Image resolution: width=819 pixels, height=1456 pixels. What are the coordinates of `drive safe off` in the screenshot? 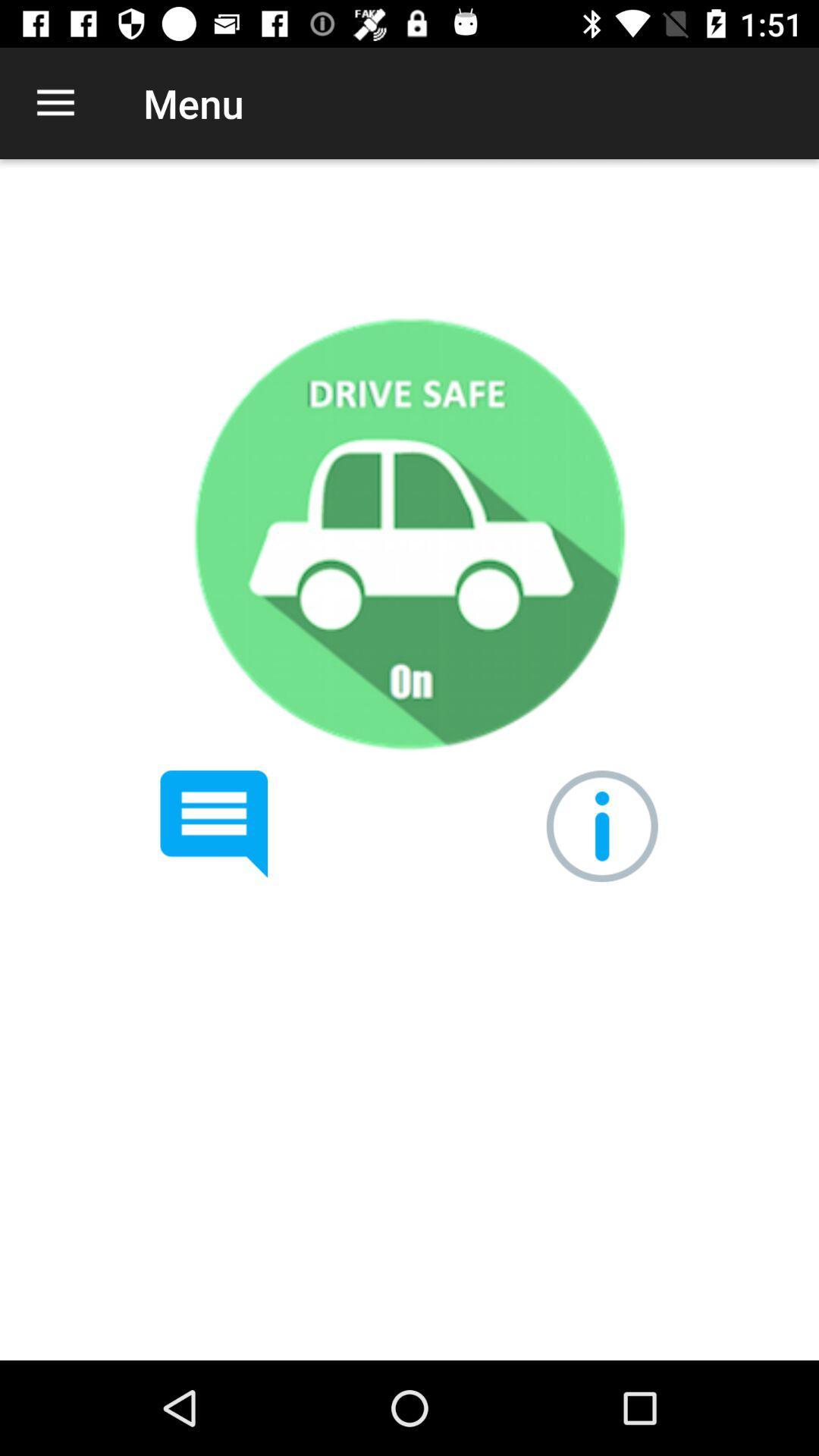 It's located at (408, 533).